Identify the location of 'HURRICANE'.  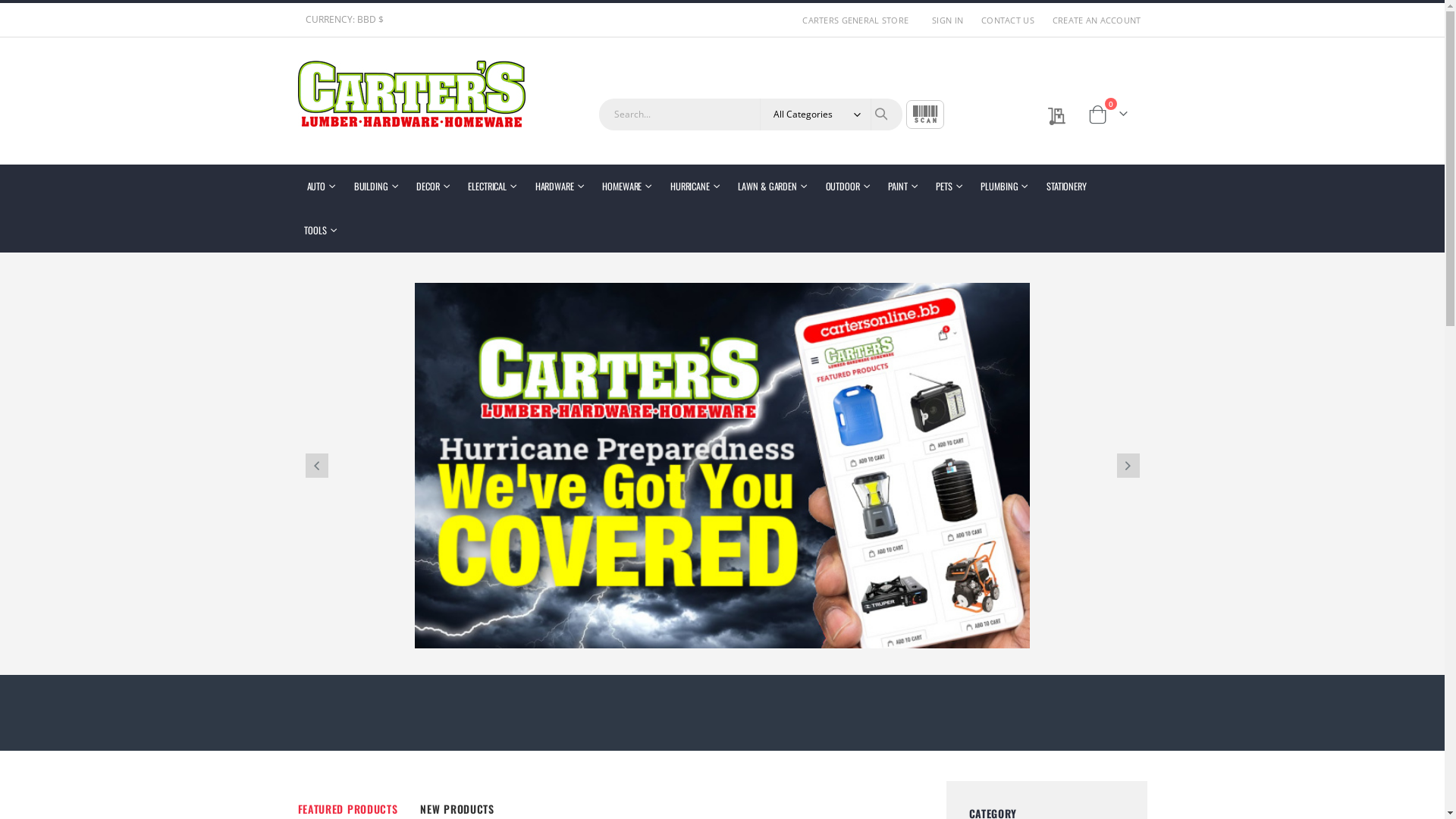
(694, 186).